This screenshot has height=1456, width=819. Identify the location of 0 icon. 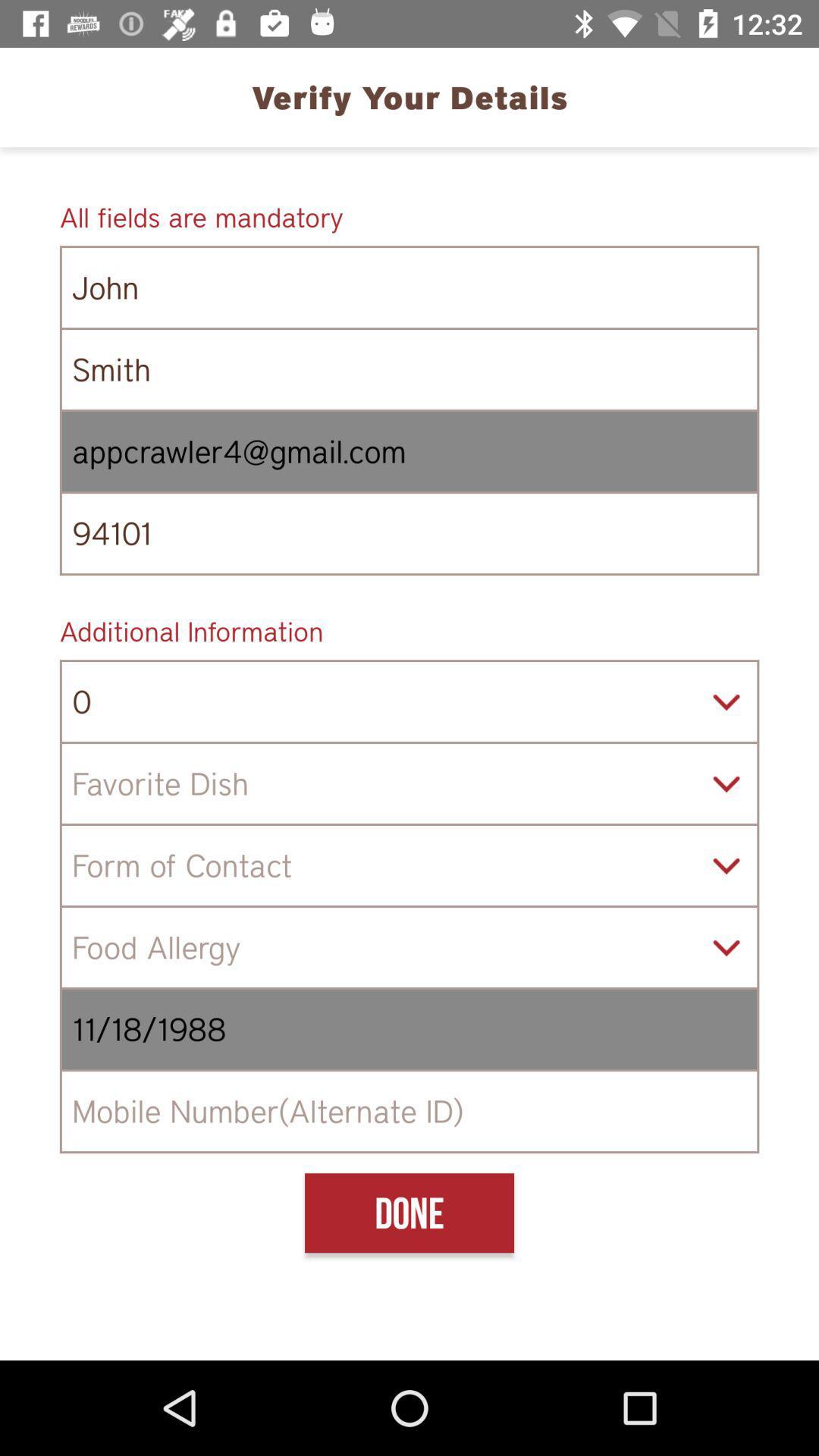
(409, 701).